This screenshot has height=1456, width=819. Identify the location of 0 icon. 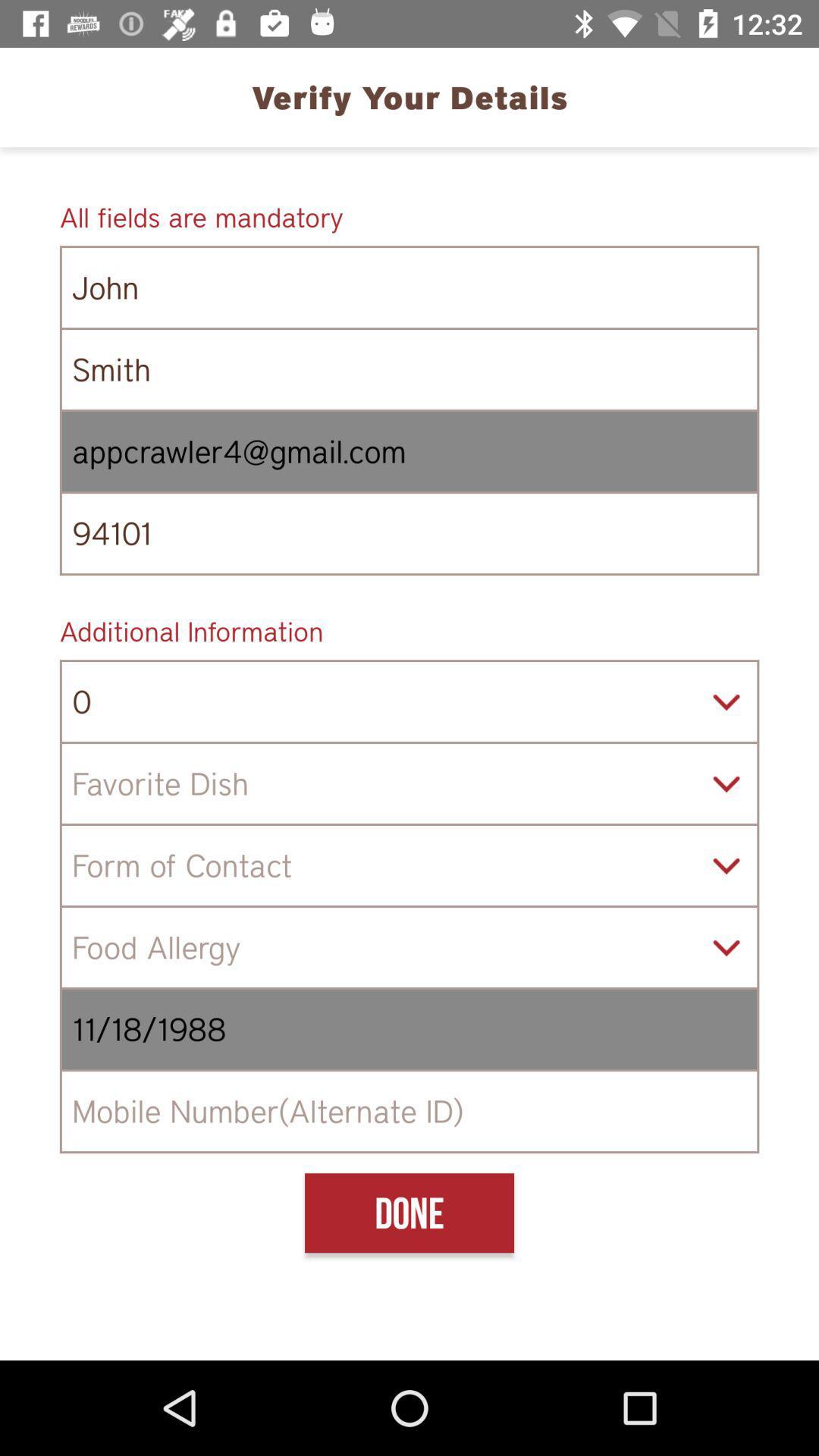
(409, 701).